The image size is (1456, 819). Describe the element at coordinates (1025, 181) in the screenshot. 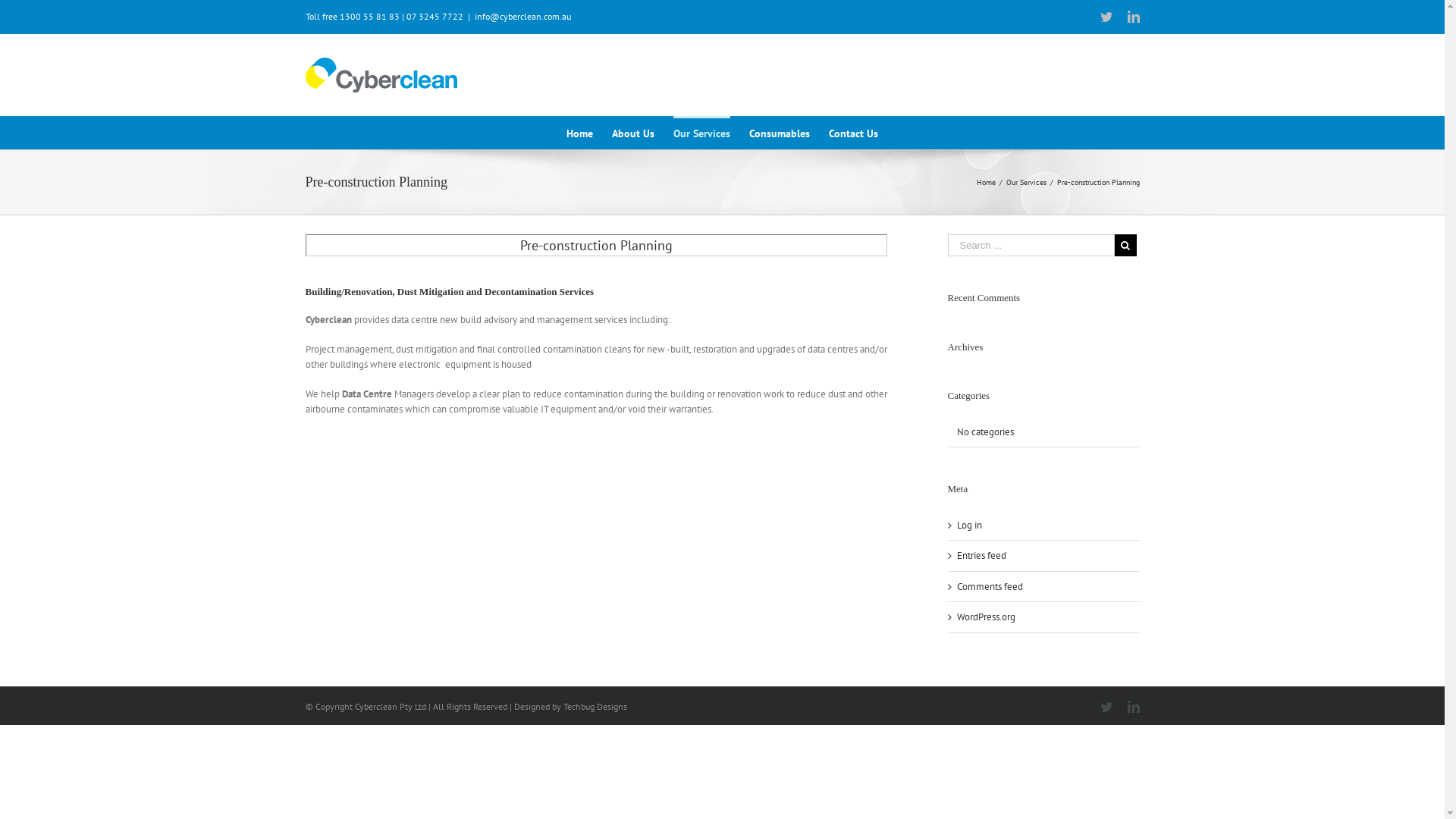

I see `'Our Services'` at that location.